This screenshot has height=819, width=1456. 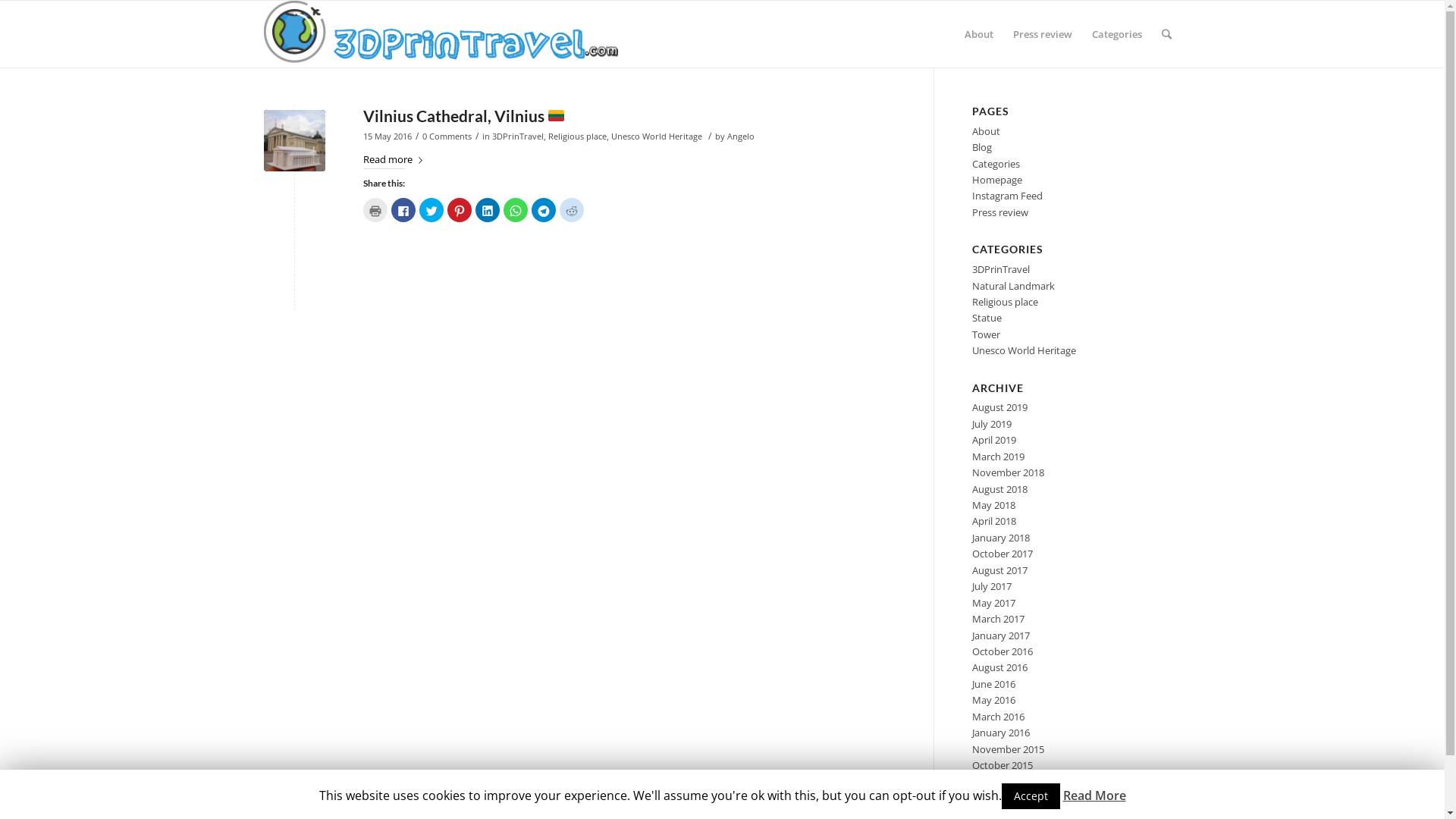 I want to click on 'April 2019', so click(x=993, y=439).